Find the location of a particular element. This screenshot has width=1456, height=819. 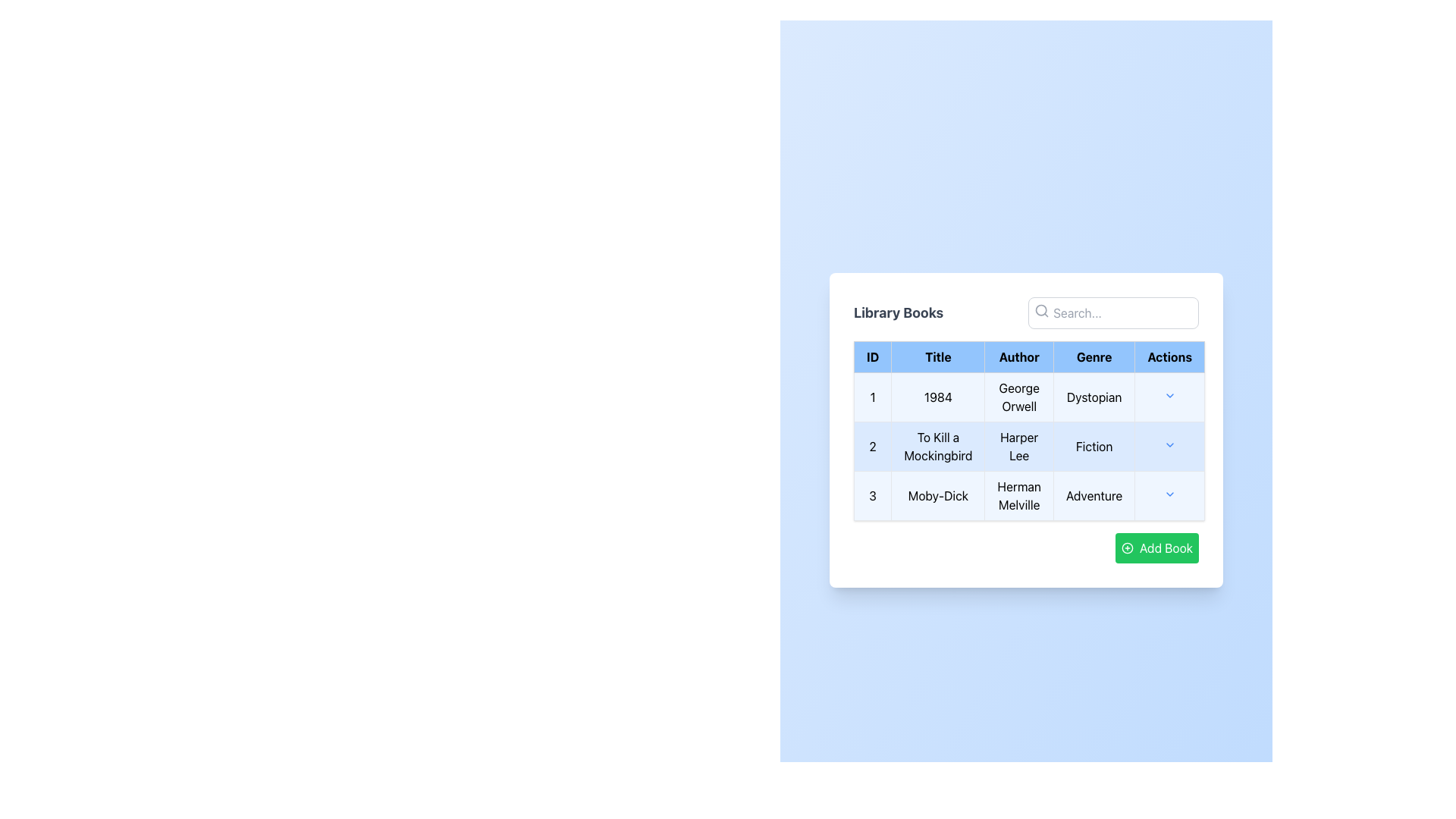

the static text label displaying the identifier or serial number in the second row of the table, first column under the 'ID' header is located at coordinates (873, 445).